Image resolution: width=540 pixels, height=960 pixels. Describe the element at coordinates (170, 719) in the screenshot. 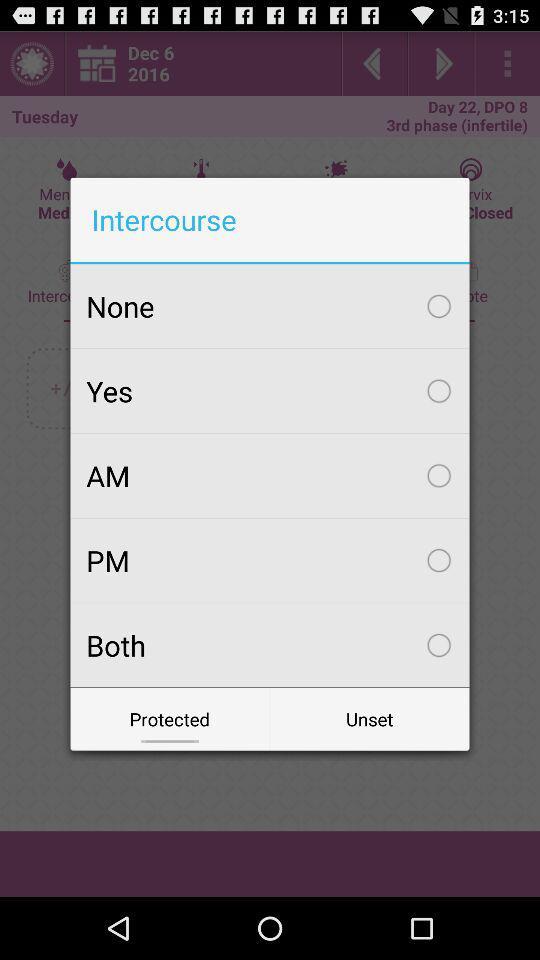

I see `protected icon` at that location.